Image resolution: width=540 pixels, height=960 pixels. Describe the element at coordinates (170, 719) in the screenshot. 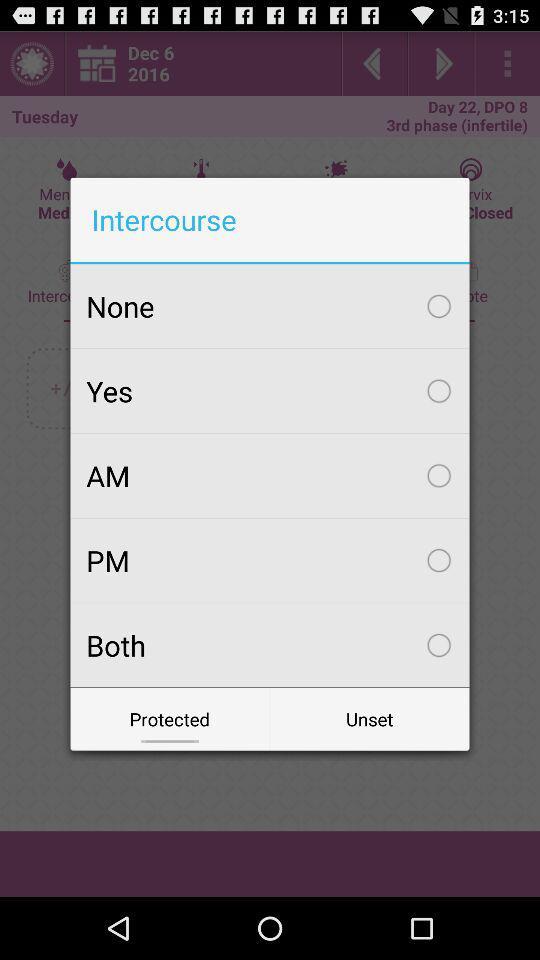

I see `protected icon` at that location.